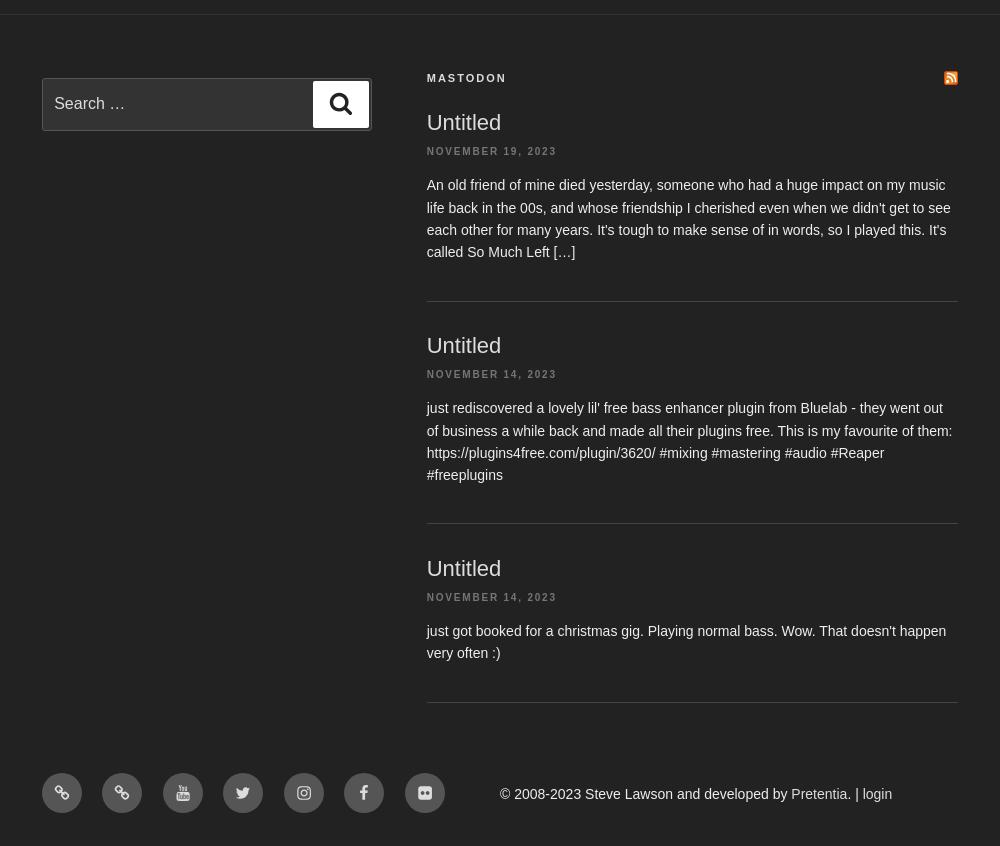 The image size is (1000, 846). I want to click on 'Mastodon', so click(465, 78).